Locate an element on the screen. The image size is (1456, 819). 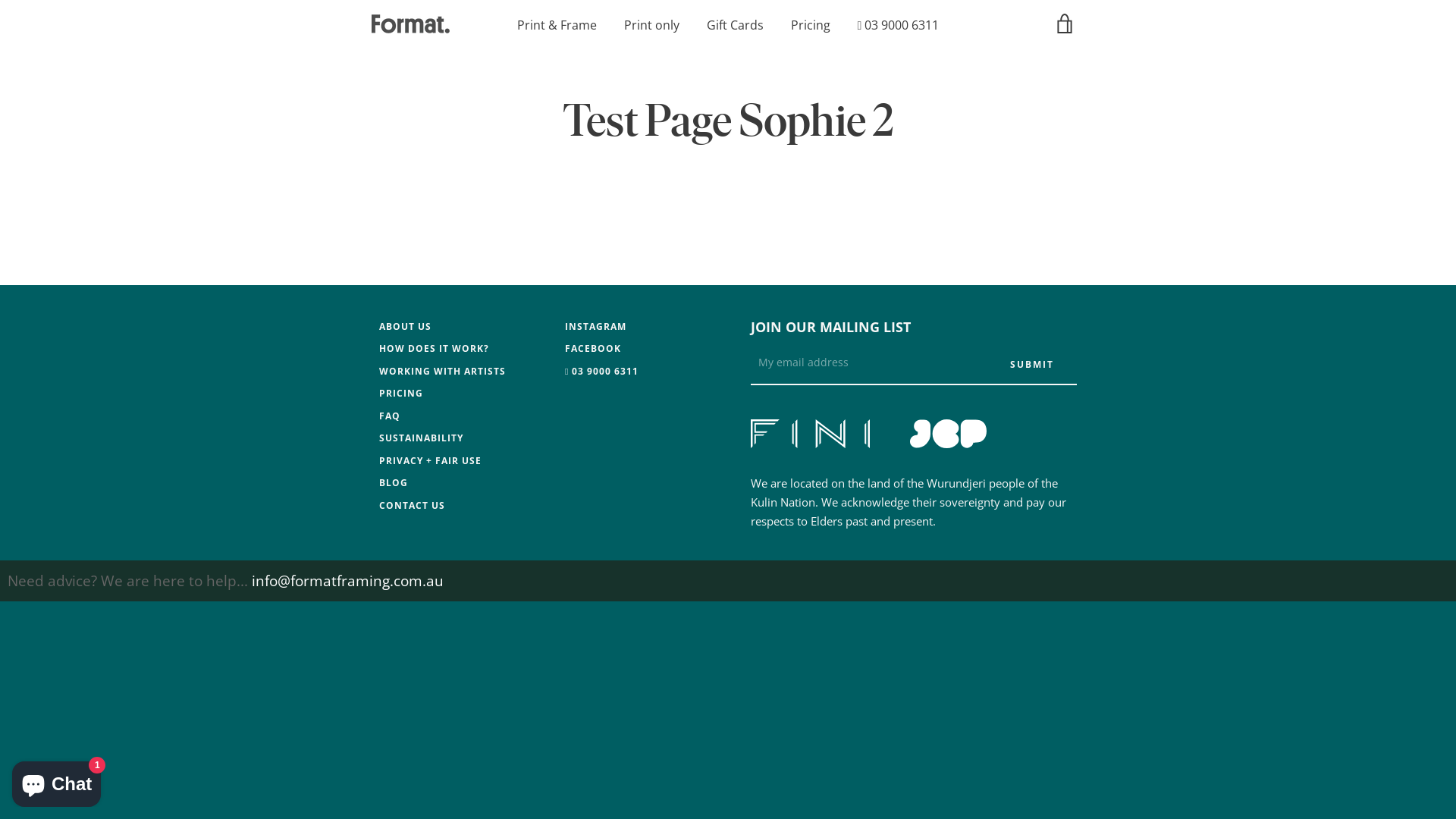
'PRICING' is located at coordinates (400, 392).